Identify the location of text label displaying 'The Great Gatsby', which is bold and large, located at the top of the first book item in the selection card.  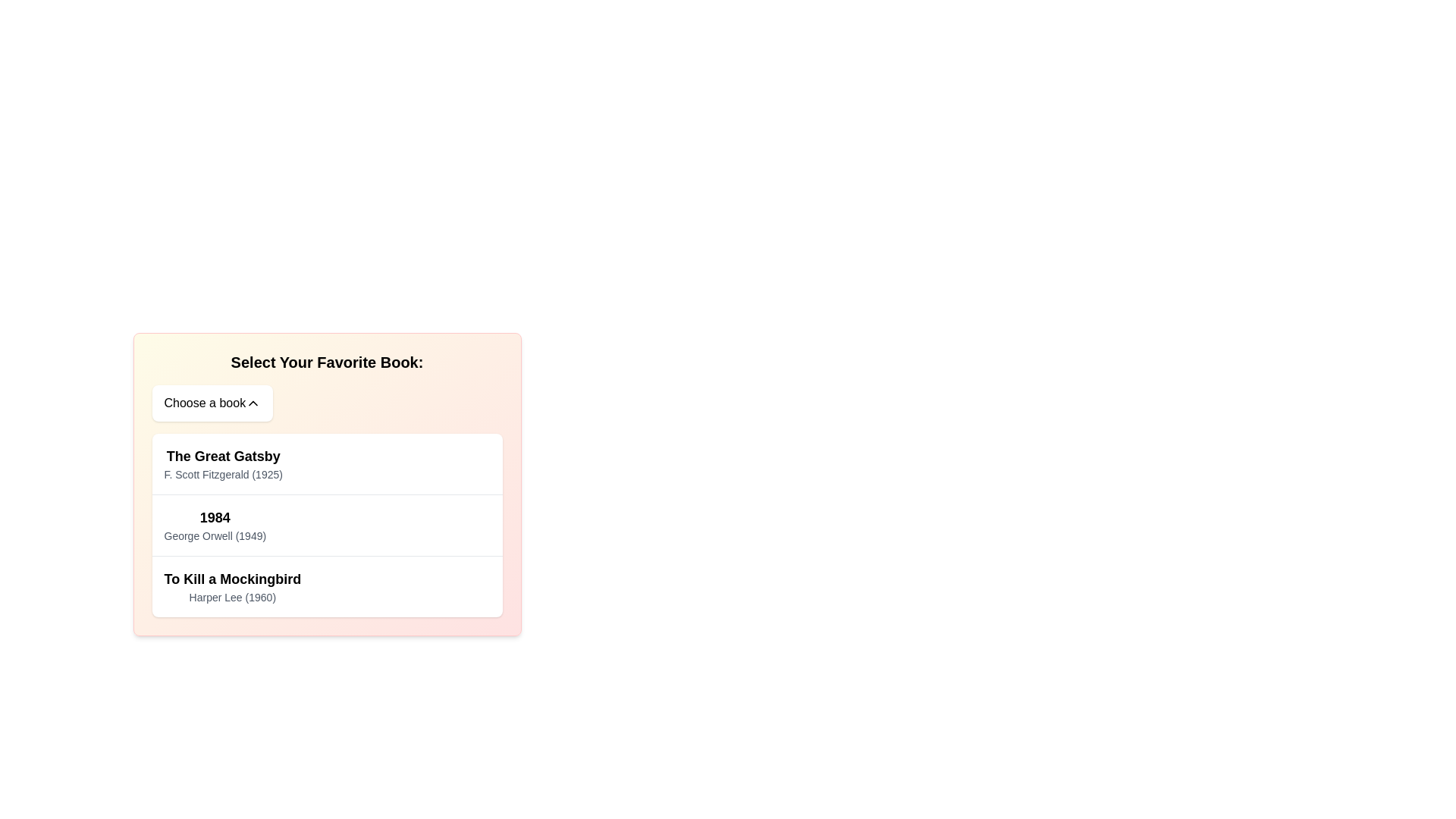
(222, 455).